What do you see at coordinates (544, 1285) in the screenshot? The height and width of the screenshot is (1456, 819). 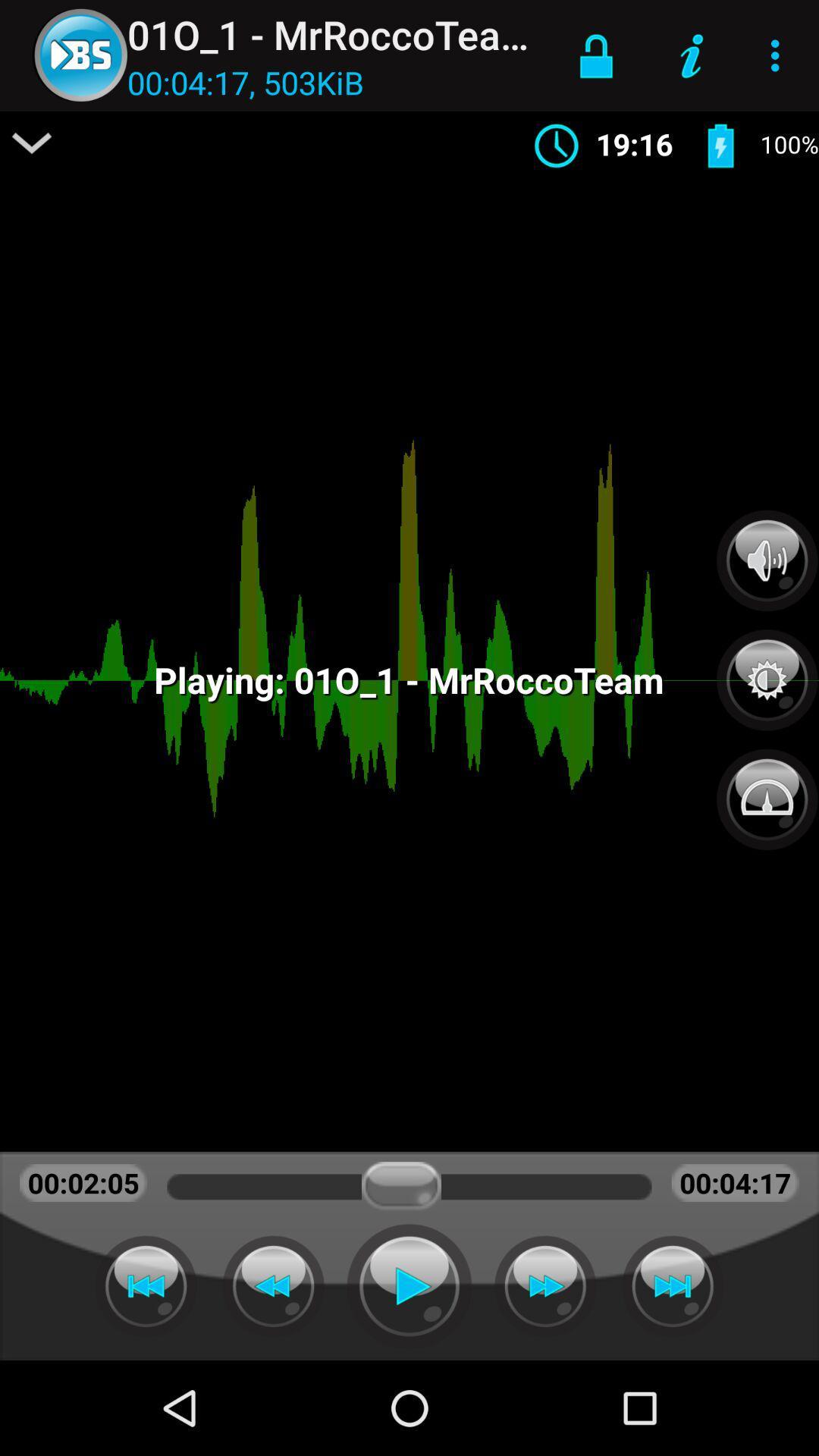 I see `advance audio` at bounding box center [544, 1285].